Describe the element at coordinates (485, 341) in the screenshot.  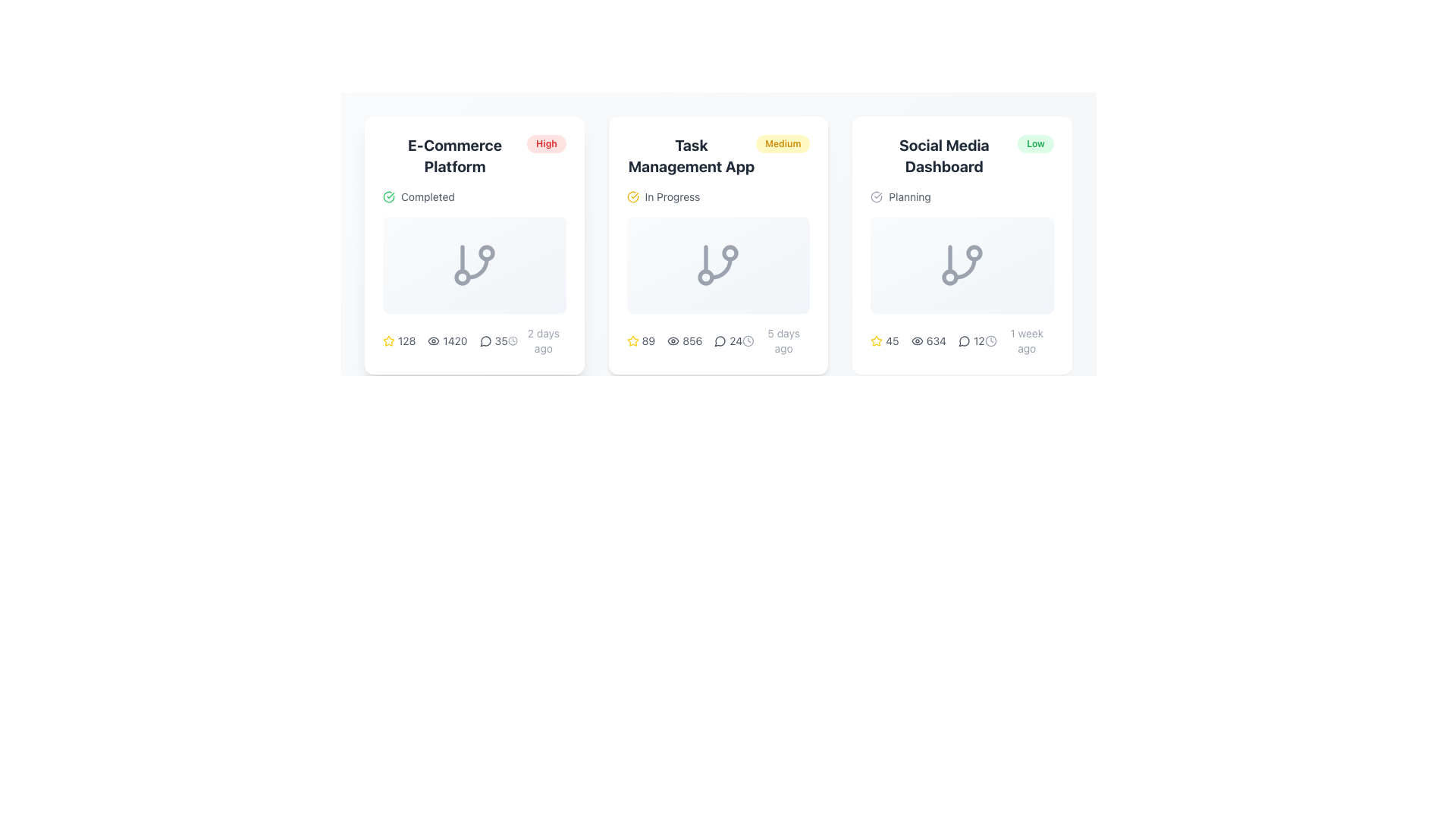
I see `the speech bubble icon representing messaging, located in the information row below the title 'E-Commerce Platform' in the first card, which has a numerical label '35' to its right` at that location.